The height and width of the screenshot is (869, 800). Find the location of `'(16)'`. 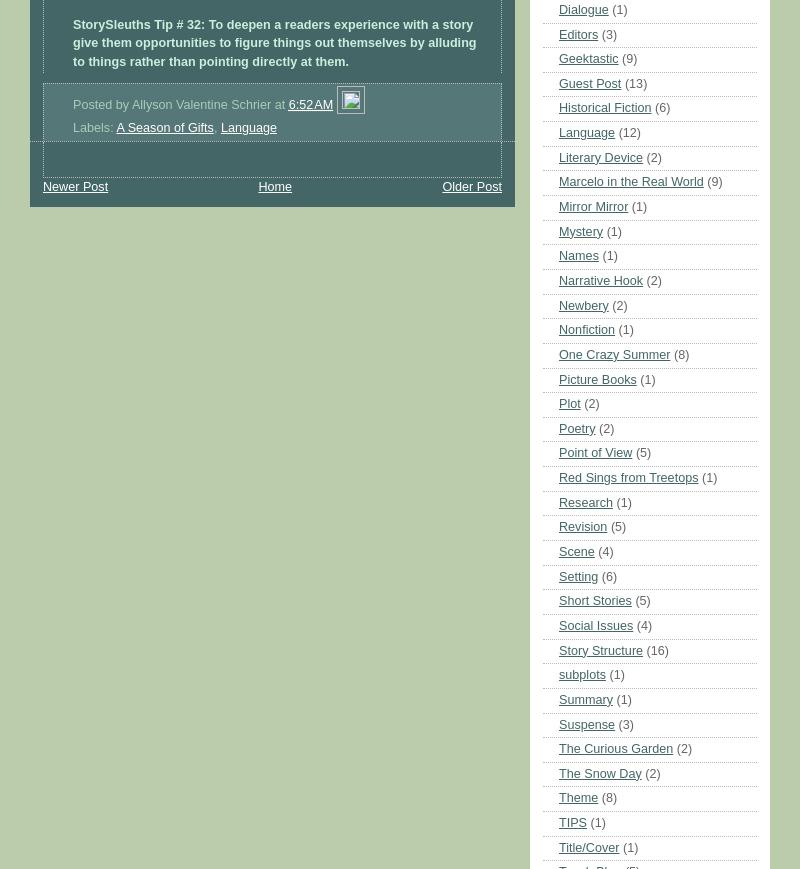

'(16)' is located at coordinates (645, 650).